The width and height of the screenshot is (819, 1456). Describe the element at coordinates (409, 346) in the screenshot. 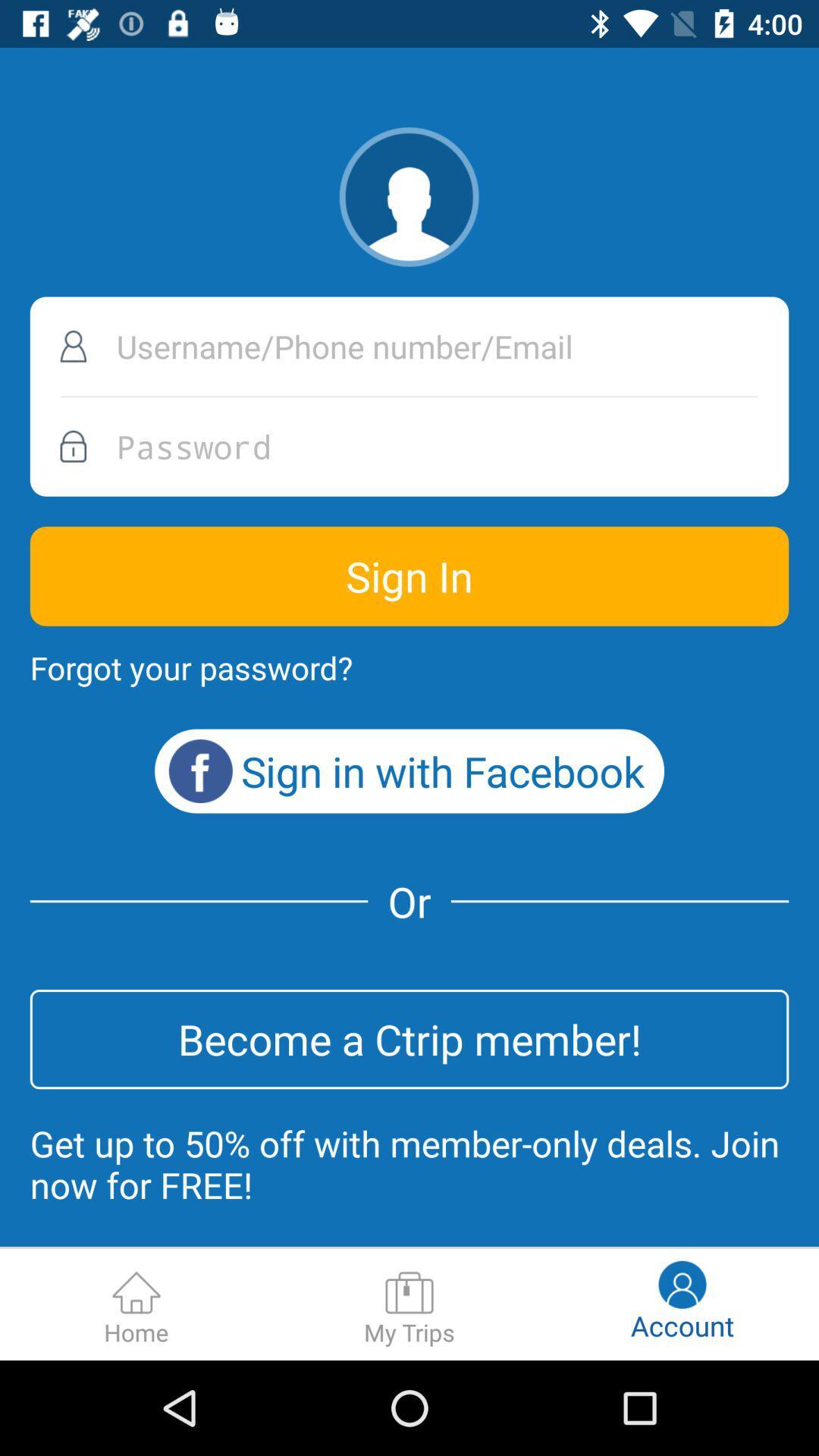

I see `type your username phone or email` at that location.